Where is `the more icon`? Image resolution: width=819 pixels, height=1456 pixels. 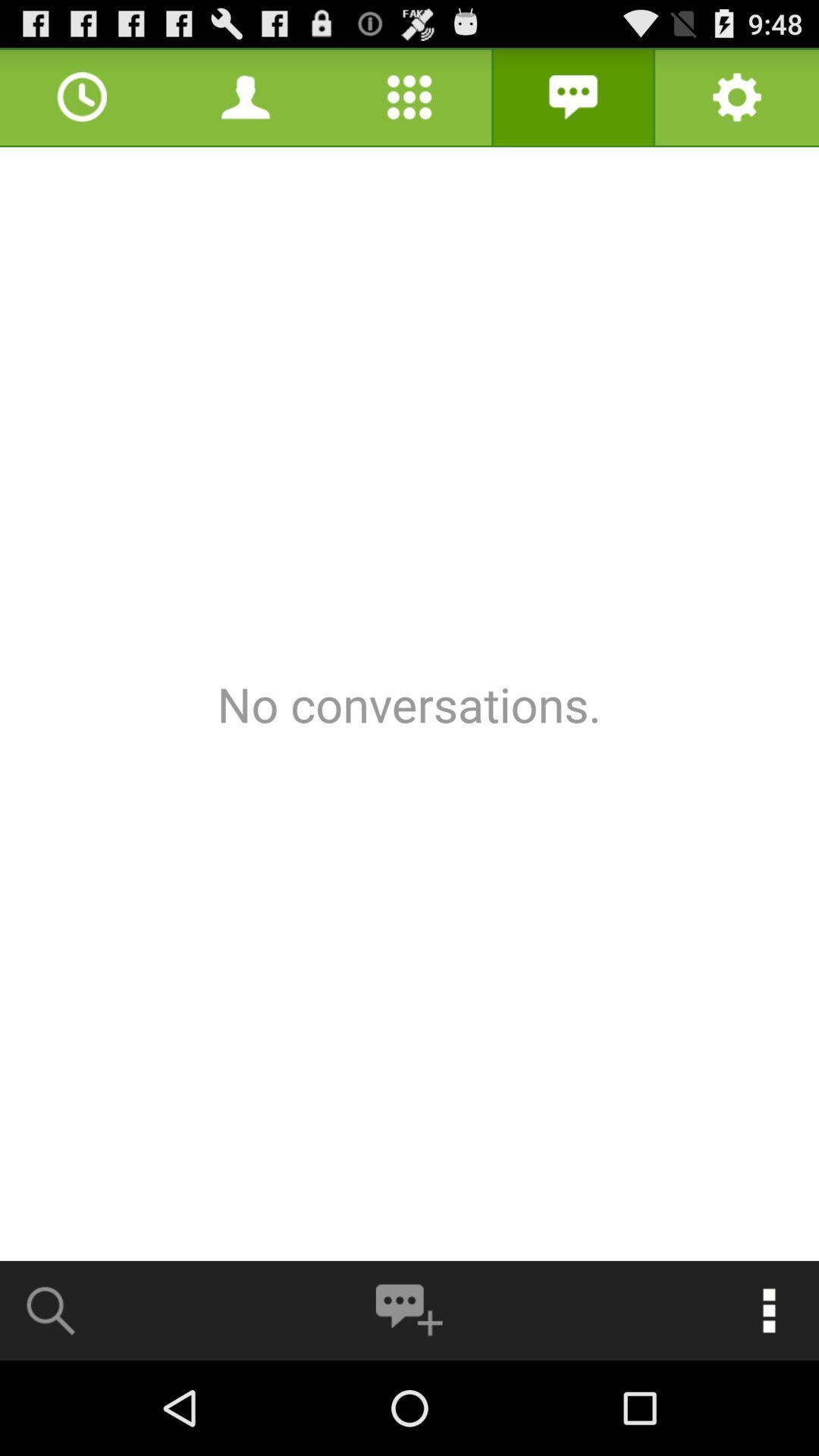 the more icon is located at coordinates (769, 1401).